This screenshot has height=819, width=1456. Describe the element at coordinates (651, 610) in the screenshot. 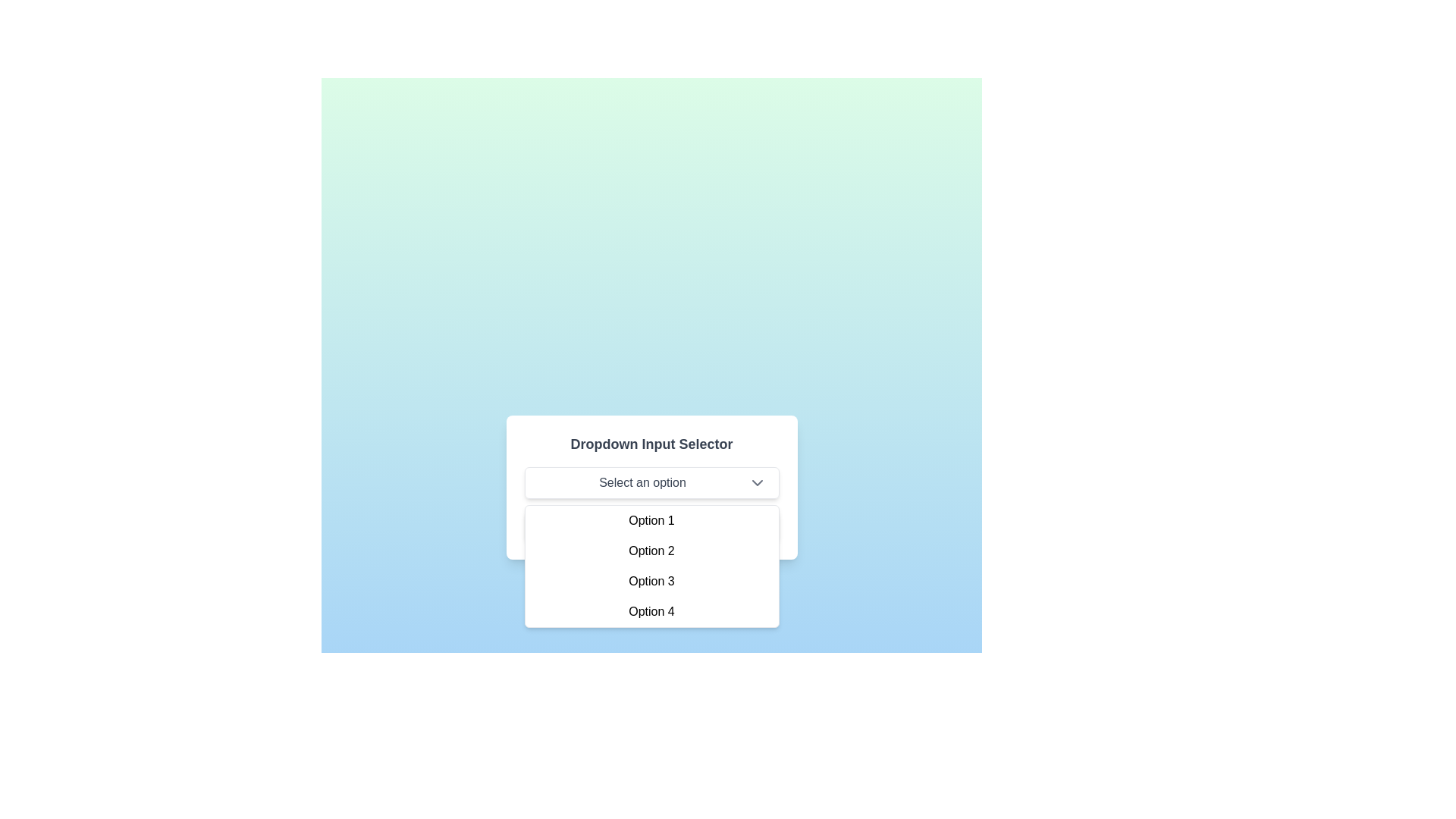

I see `the fourth item in the dropdown list` at that location.